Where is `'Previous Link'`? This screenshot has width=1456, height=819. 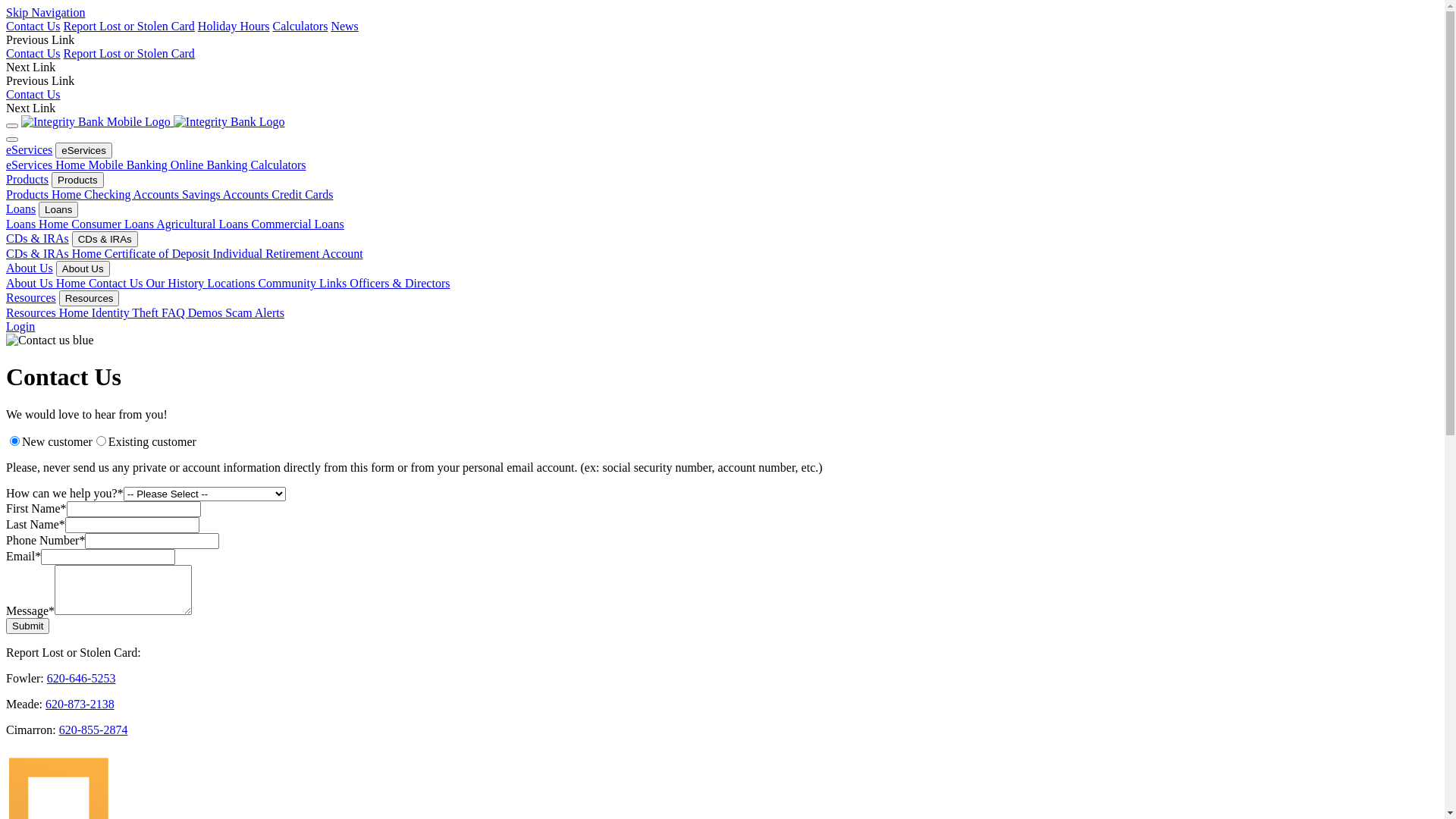 'Previous Link' is located at coordinates (39, 80).